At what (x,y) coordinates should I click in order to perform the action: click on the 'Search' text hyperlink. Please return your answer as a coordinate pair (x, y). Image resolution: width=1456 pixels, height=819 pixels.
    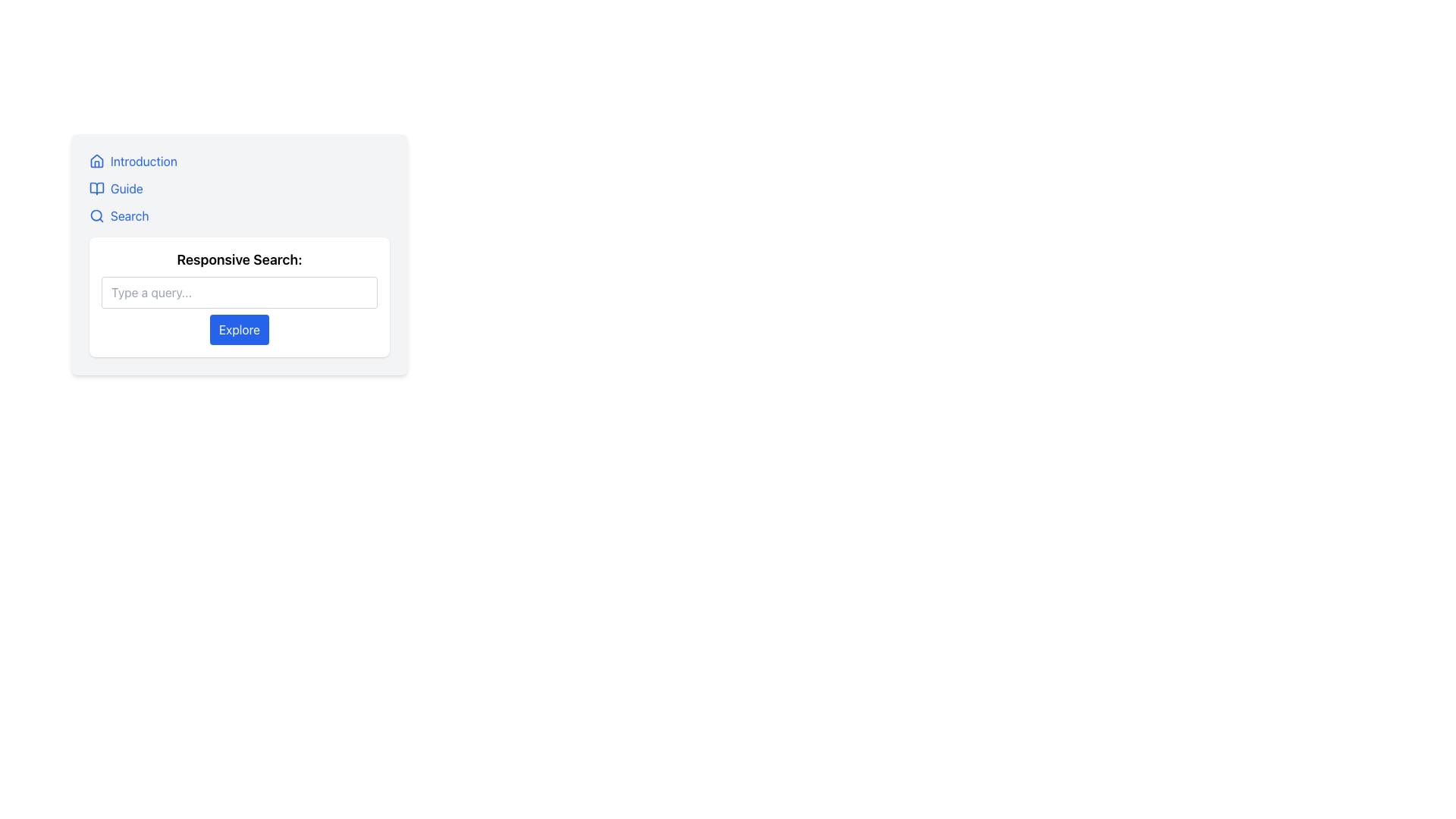
    Looking at the image, I should click on (130, 216).